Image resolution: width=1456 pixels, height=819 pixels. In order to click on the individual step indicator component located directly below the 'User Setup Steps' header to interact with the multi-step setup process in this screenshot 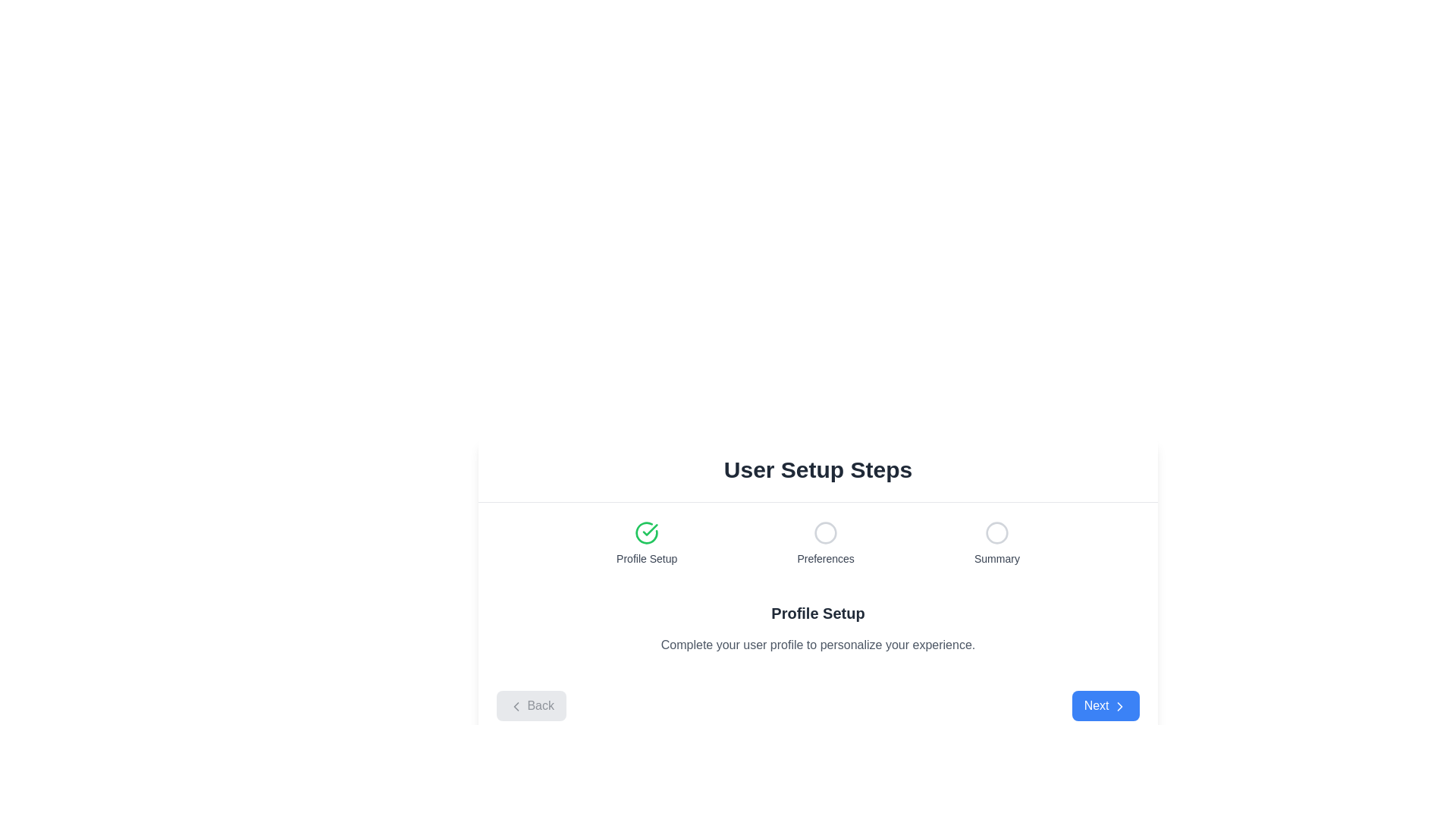, I will do `click(817, 543)`.